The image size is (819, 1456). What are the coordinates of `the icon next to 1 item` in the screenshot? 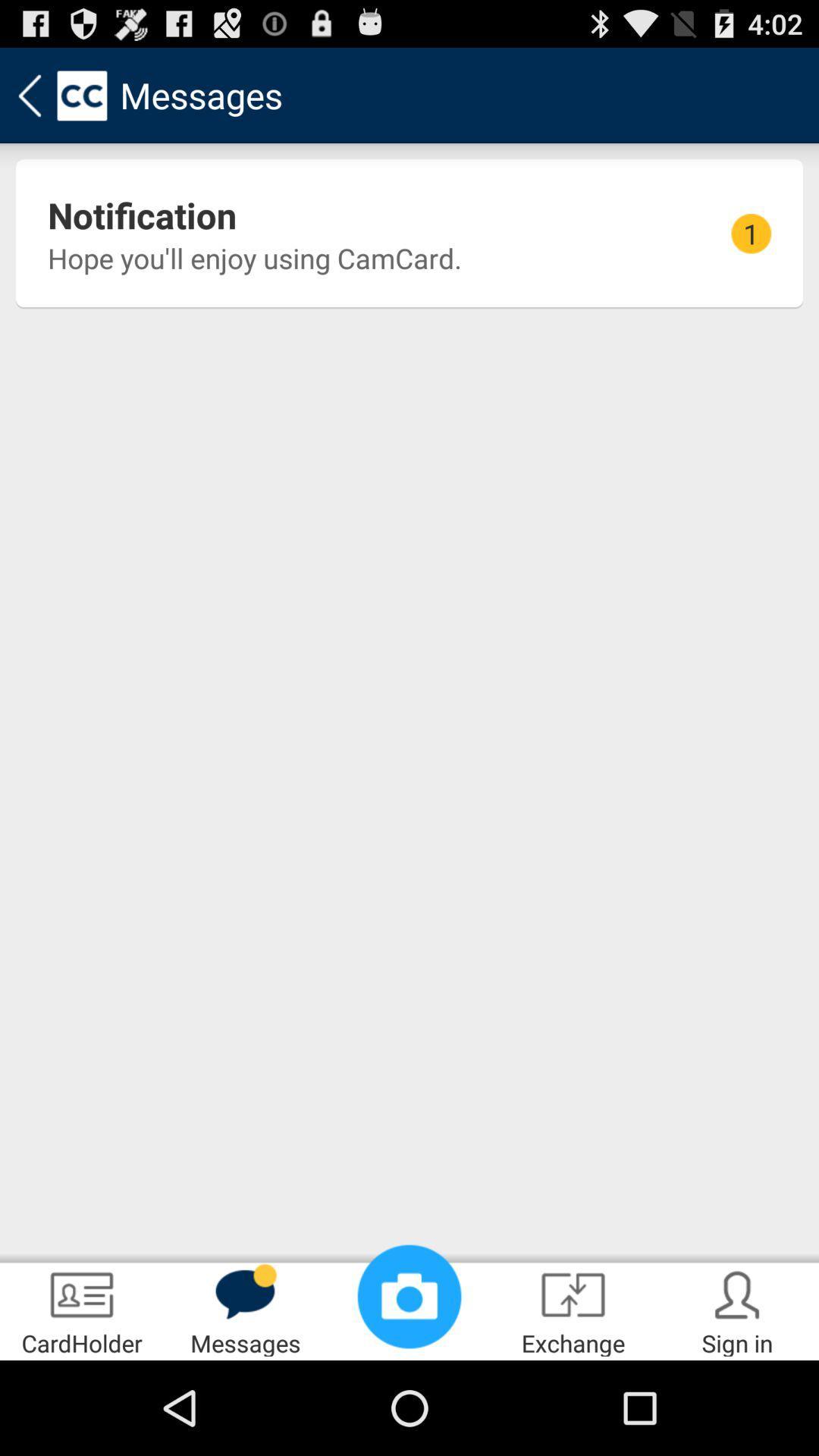 It's located at (253, 258).